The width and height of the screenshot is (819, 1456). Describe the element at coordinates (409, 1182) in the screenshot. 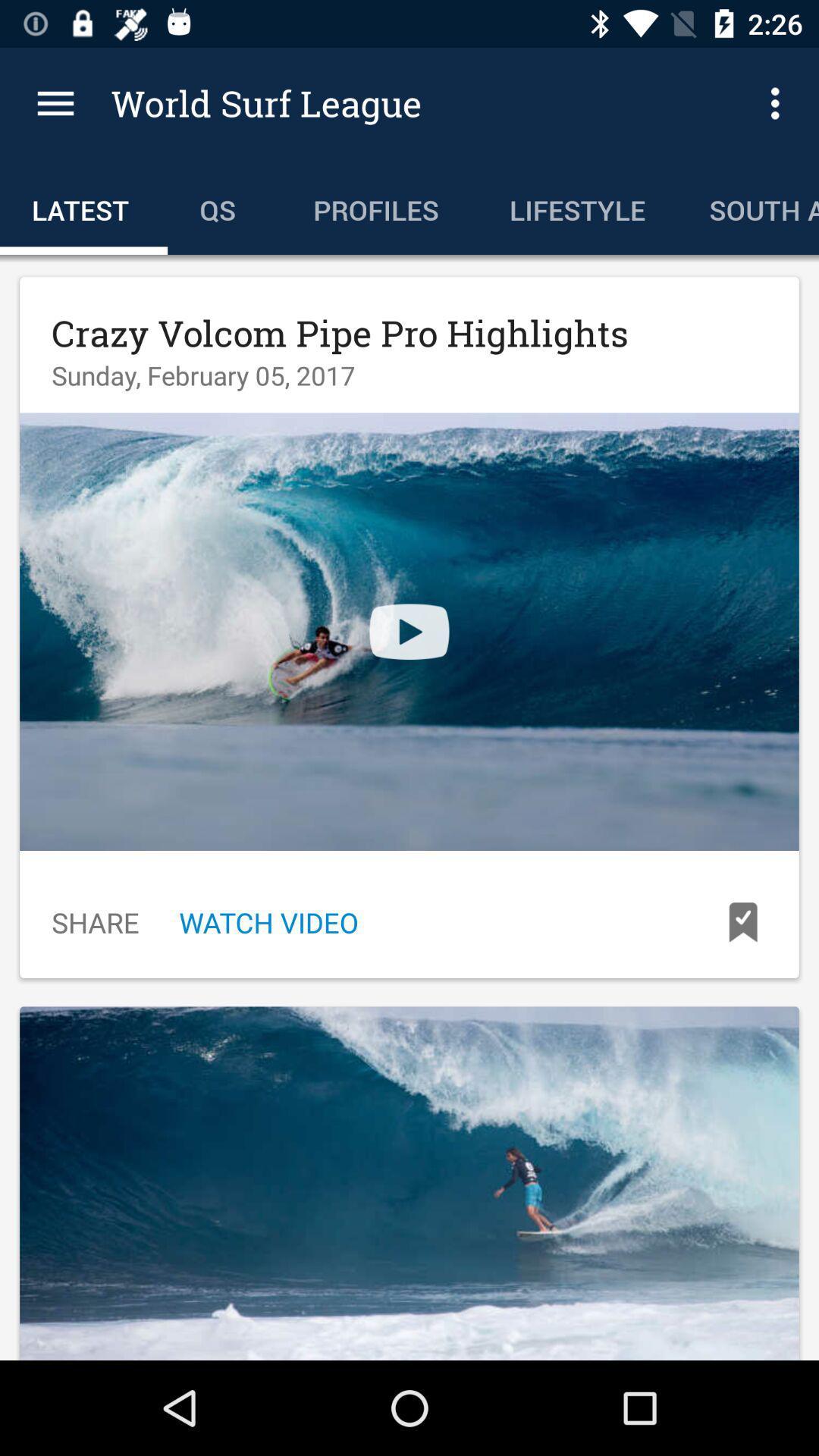

I see `the image at the bottom of the page` at that location.